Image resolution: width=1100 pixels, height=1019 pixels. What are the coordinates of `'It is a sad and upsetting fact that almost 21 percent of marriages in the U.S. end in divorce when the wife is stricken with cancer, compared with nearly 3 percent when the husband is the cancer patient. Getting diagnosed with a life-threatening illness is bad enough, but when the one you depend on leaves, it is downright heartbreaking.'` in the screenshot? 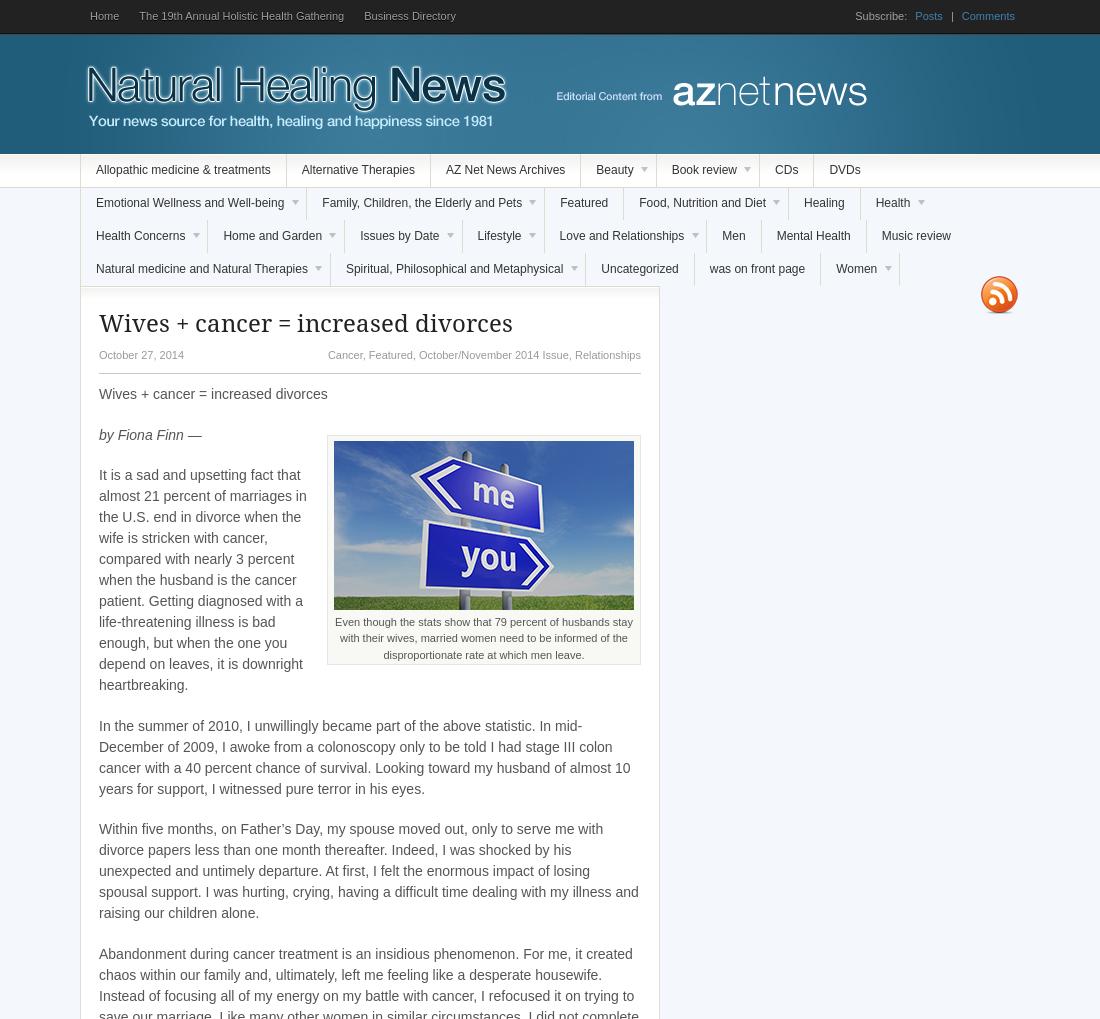 It's located at (99, 579).